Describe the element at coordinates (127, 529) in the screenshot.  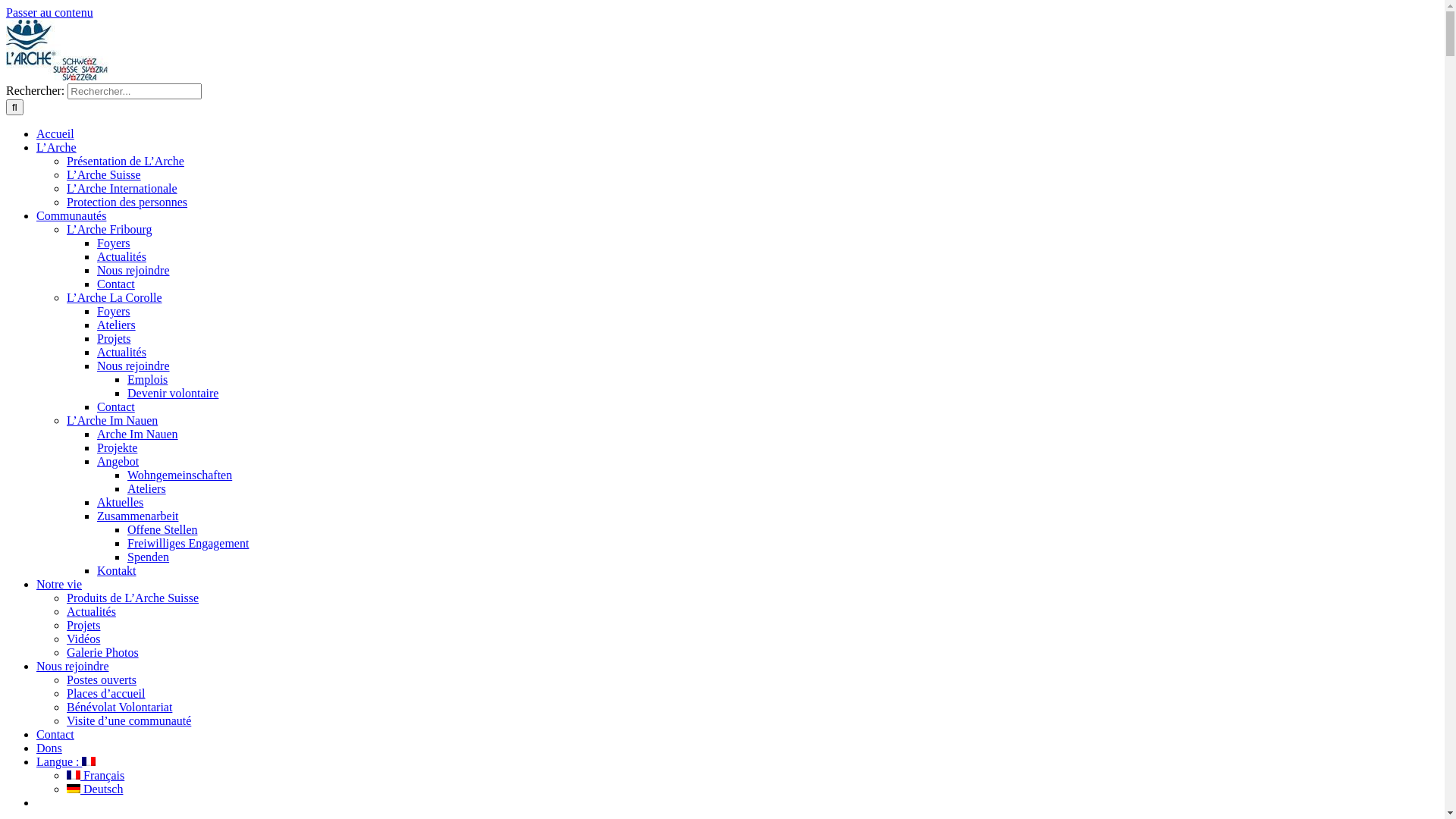
I see `'Offene Stellen'` at that location.